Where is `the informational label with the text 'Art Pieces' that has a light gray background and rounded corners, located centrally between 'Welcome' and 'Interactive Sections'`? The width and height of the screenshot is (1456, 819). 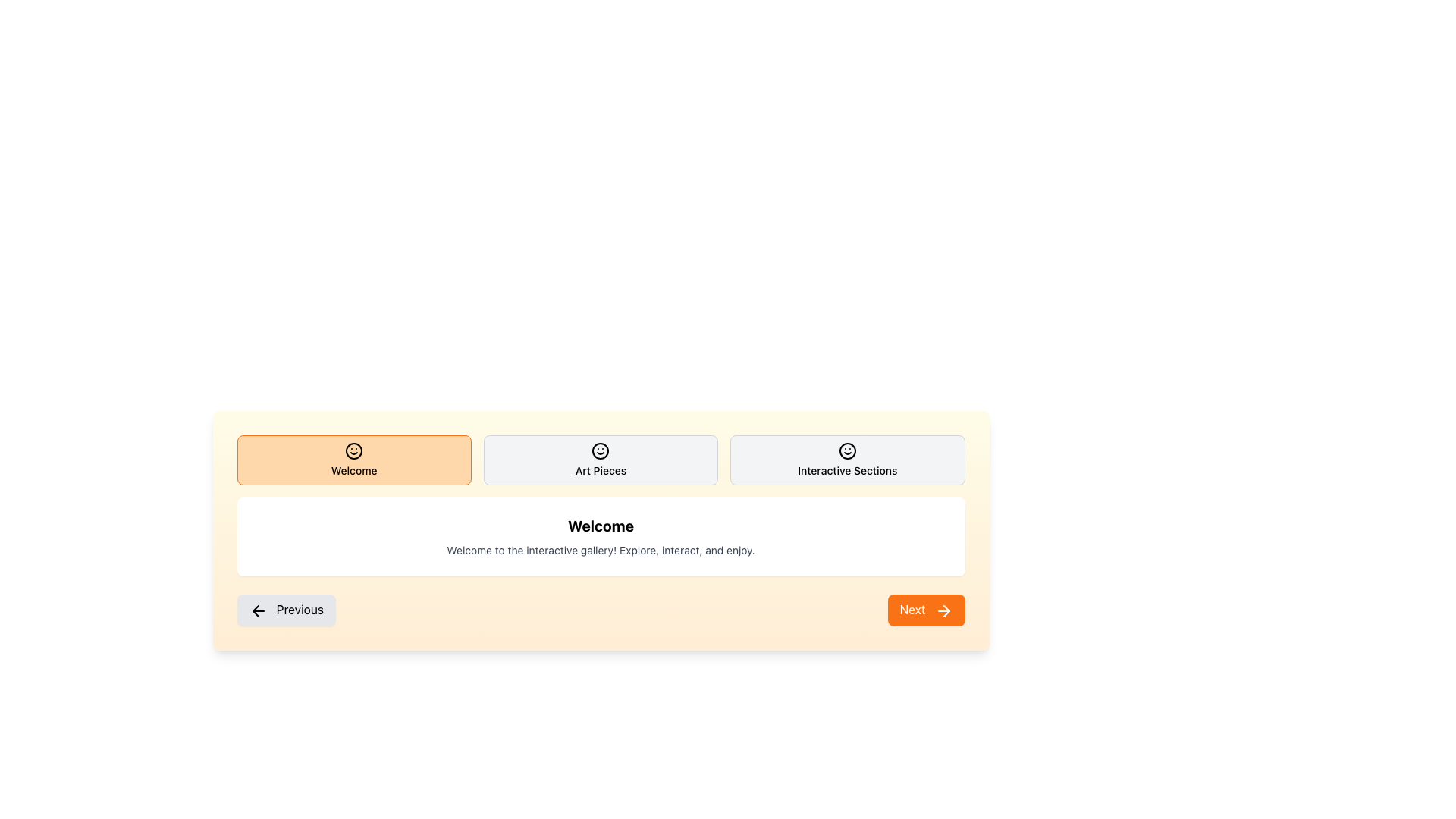
the informational label with the text 'Art Pieces' that has a light gray background and rounded corners, located centrally between 'Welcome' and 'Interactive Sections' is located at coordinates (600, 459).